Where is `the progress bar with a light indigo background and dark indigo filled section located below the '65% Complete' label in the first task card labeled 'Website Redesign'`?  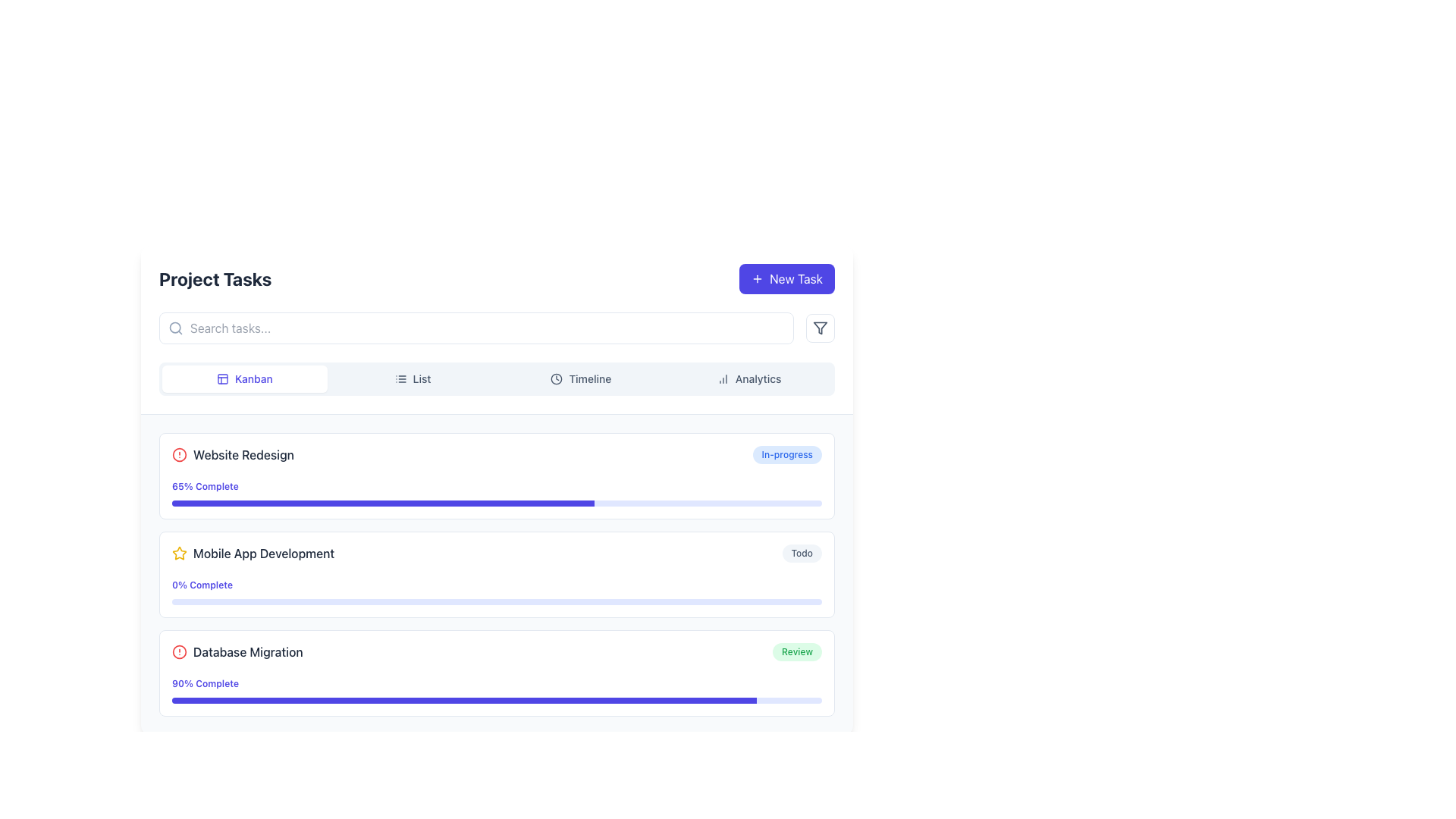
the progress bar with a light indigo background and dark indigo filled section located below the '65% Complete' label in the first task card labeled 'Website Redesign' is located at coordinates (497, 503).